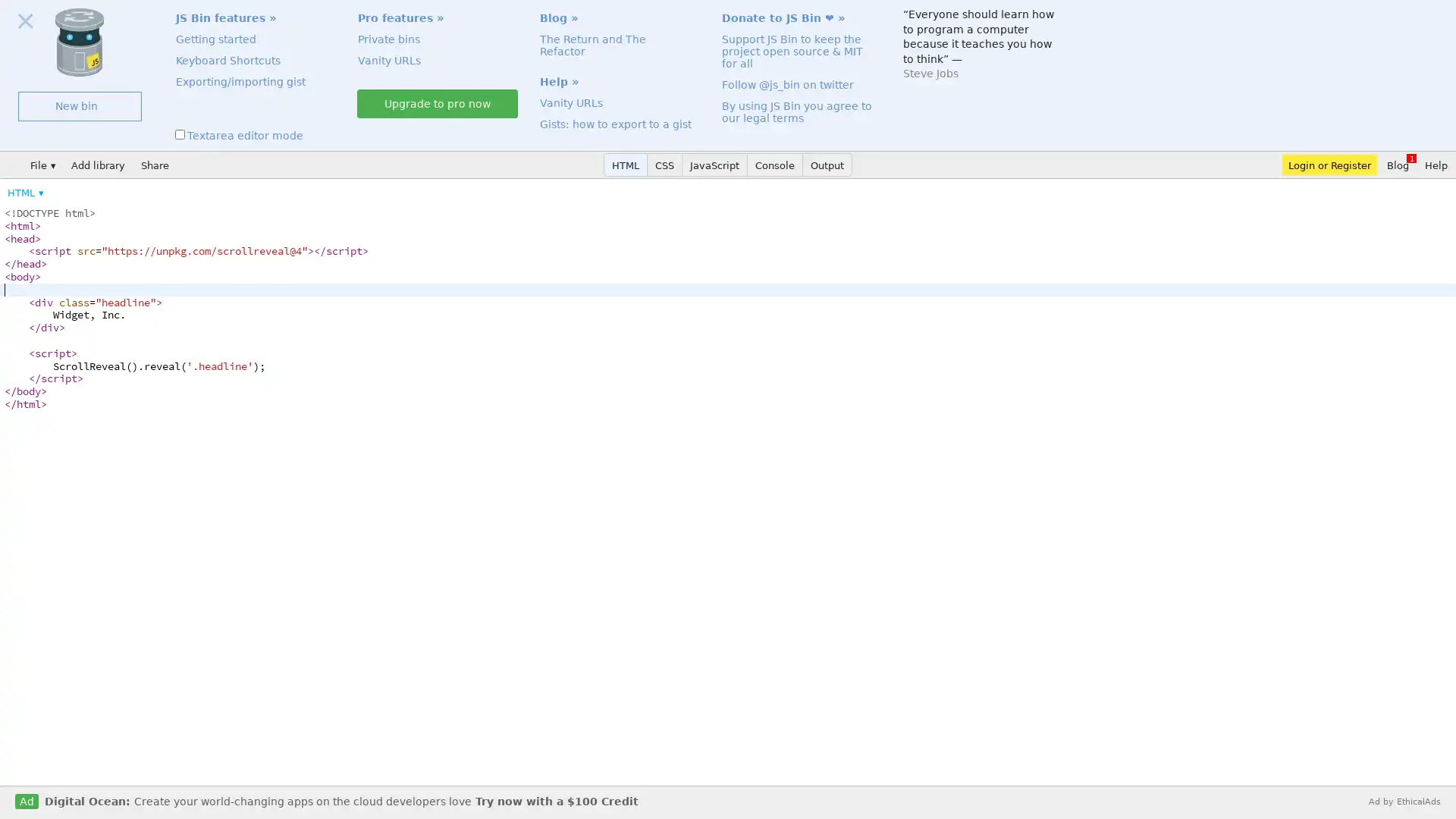  Describe the element at coordinates (714, 165) in the screenshot. I see `JavaScript Panel: Inactive` at that location.